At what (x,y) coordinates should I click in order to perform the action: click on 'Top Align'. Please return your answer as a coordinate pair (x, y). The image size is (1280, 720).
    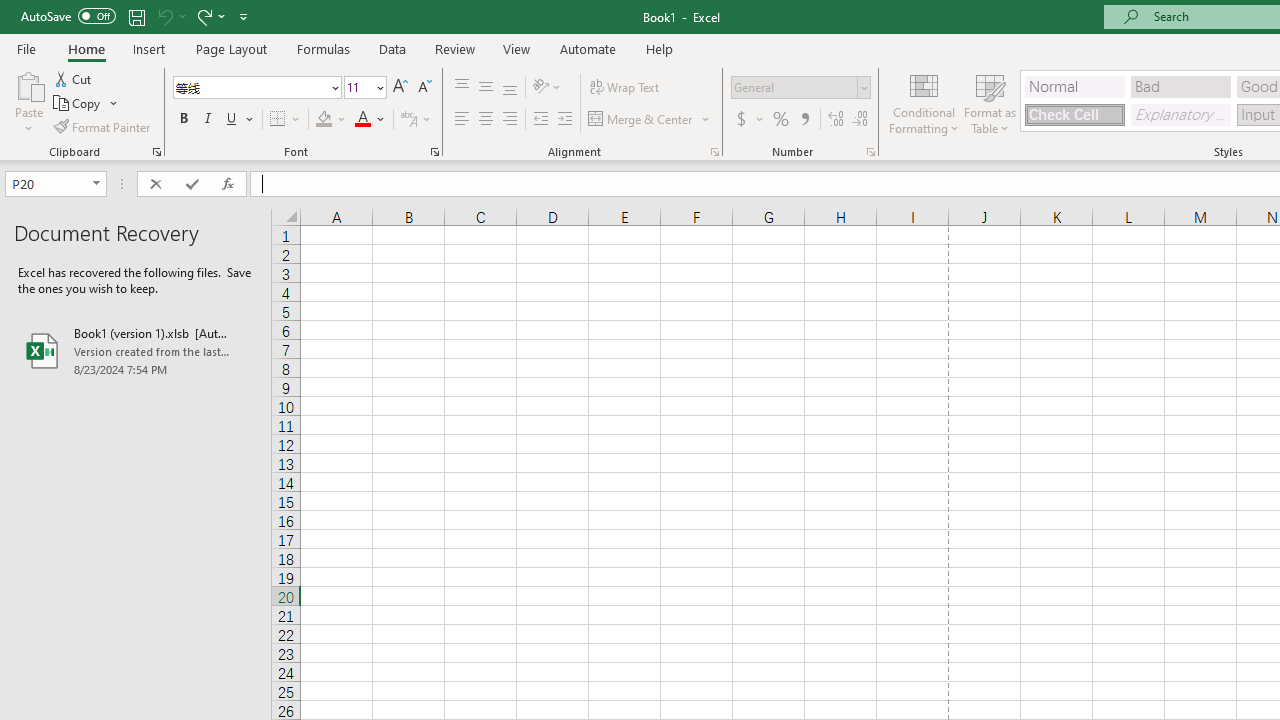
    Looking at the image, I should click on (461, 86).